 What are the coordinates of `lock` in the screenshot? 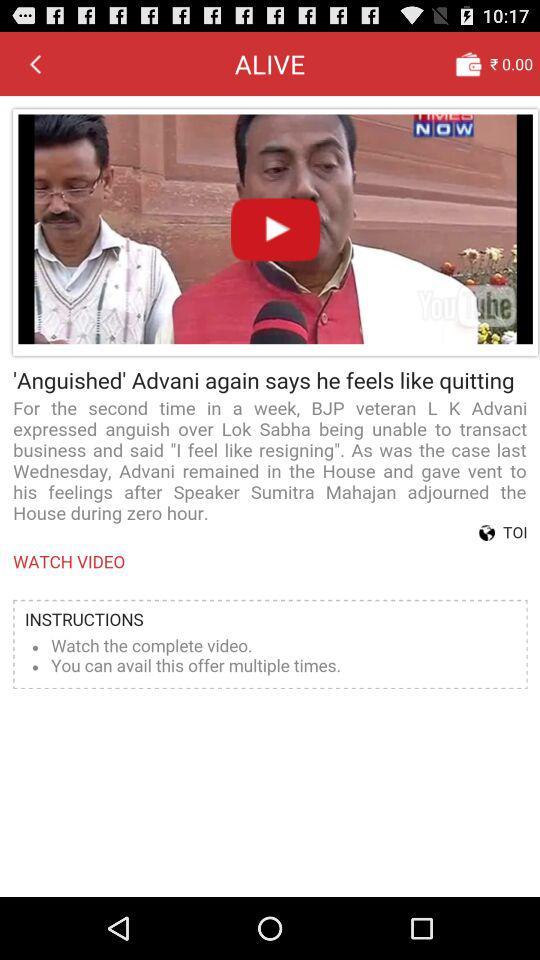 It's located at (468, 63).